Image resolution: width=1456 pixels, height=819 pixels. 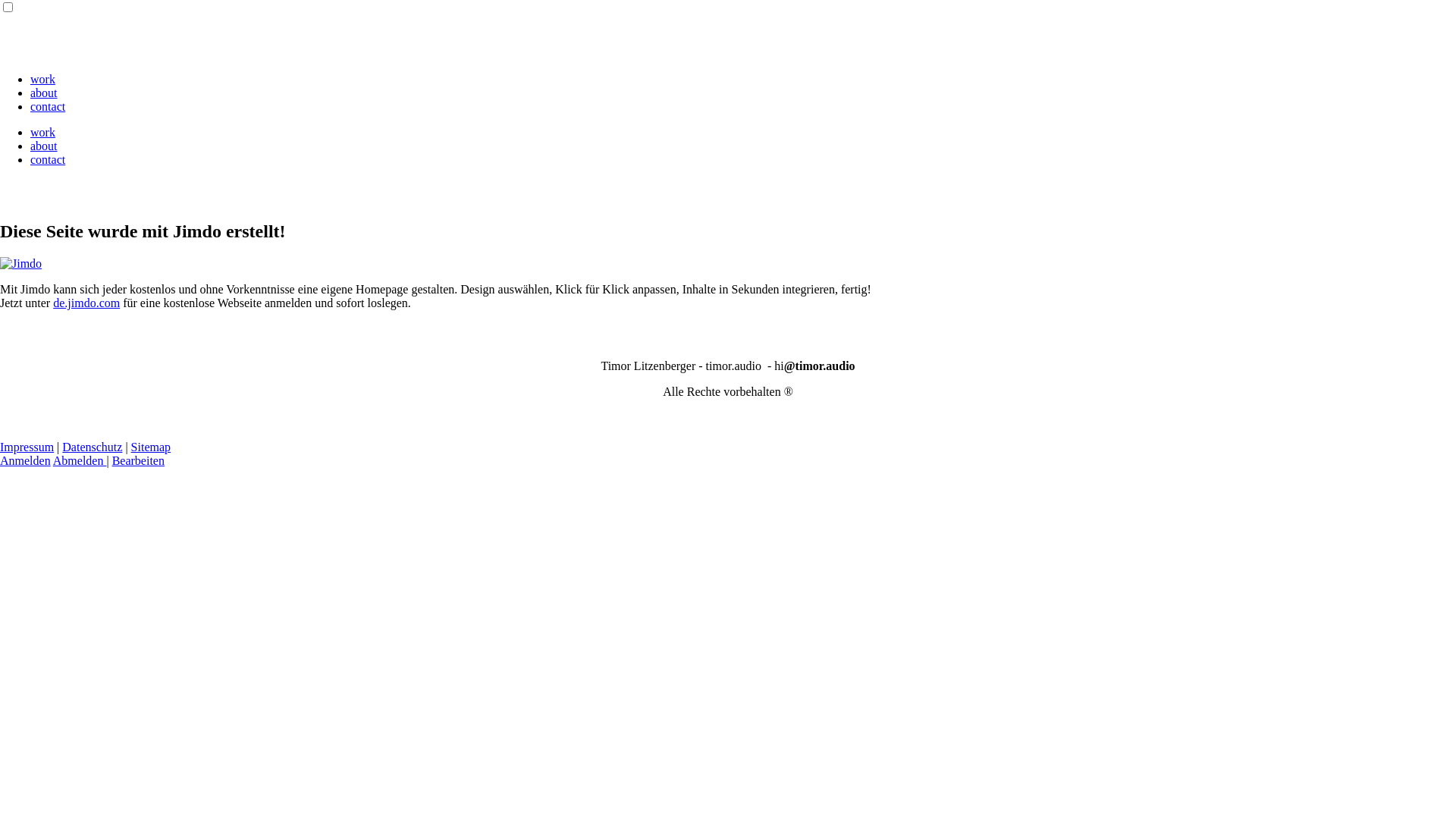 What do you see at coordinates (20, 262) in the screenshot?
I see `'Jimdo'` at bounding box center [20, 262].